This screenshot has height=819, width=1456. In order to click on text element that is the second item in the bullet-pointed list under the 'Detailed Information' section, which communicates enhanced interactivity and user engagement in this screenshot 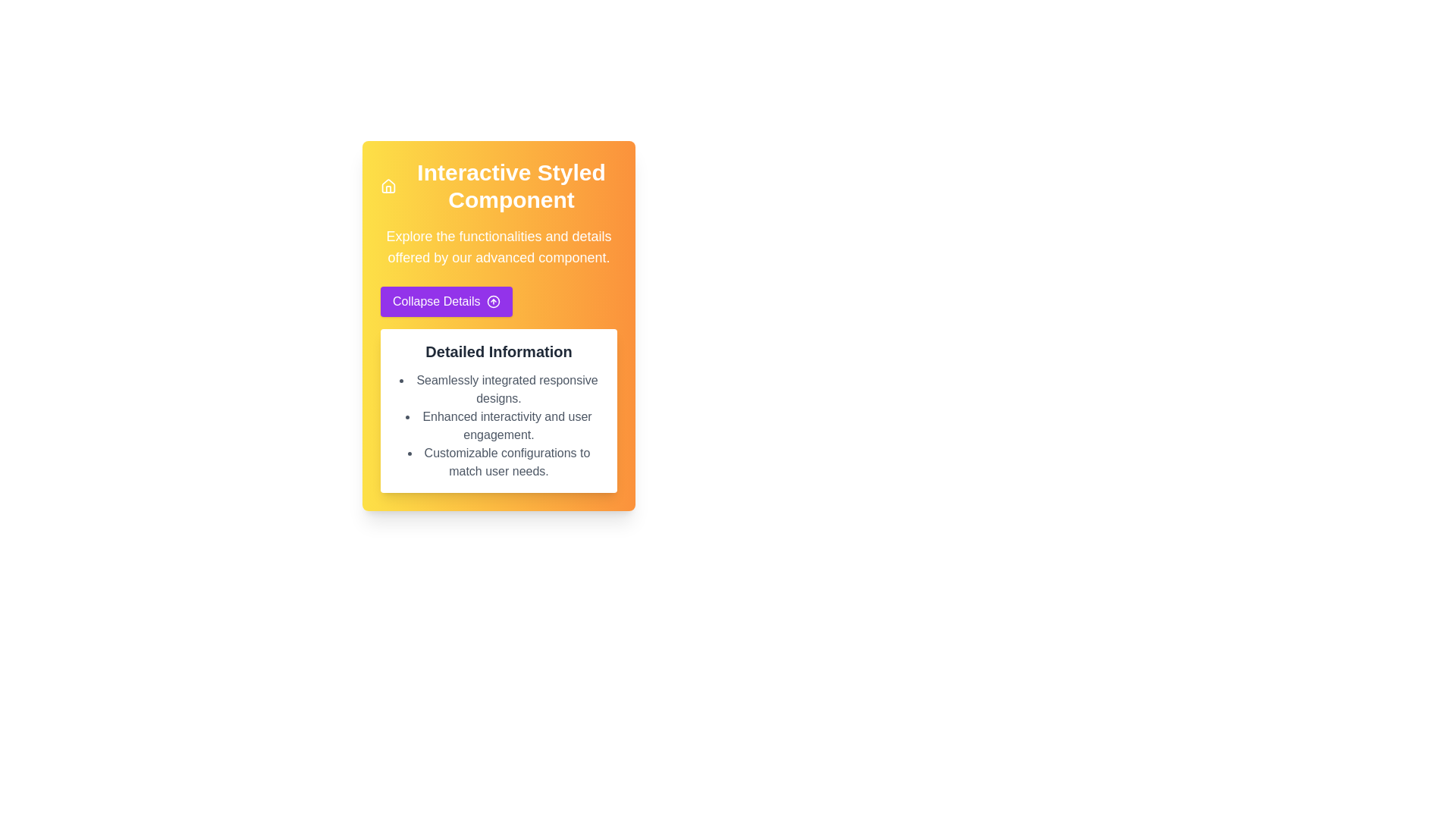, I will do `click(498, 426)`.